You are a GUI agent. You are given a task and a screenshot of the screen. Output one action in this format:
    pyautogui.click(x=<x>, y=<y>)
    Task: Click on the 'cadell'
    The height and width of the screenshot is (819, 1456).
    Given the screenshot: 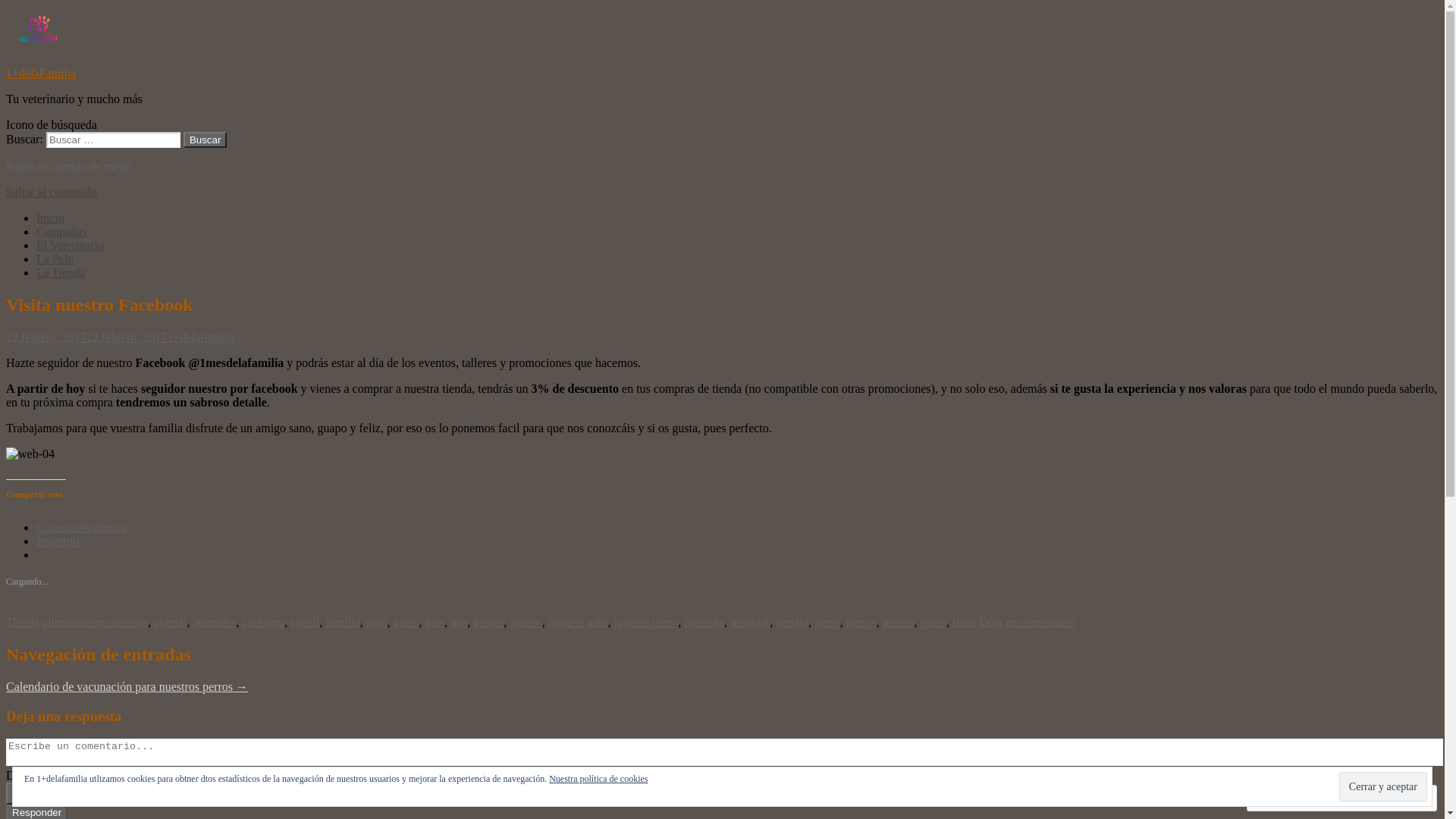 What is the action you would take?
    pyautogui.click(x=304, y=622)
    